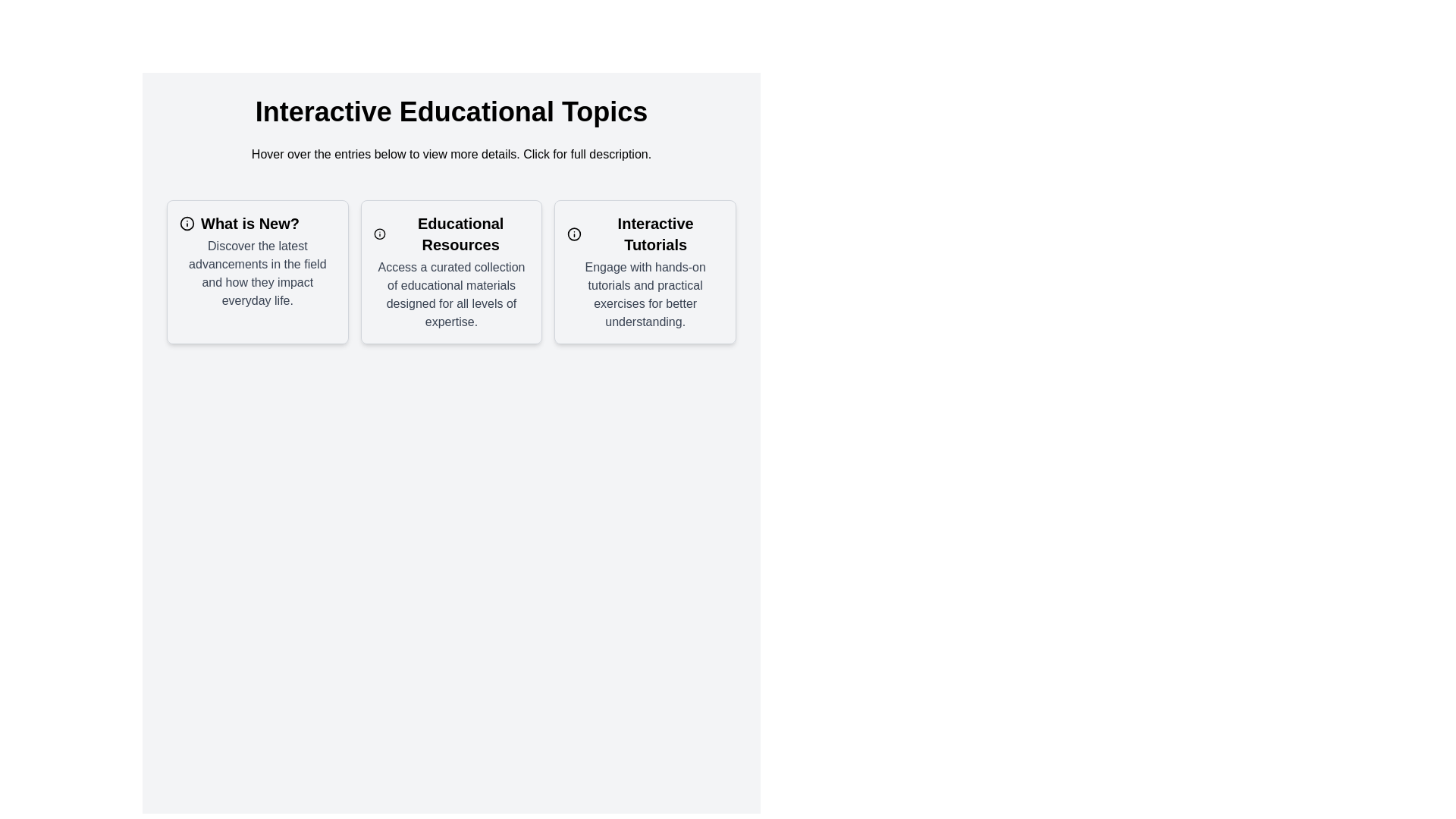  What do you see at coordinates (450, 271) in the screenshot?
I see `the card titled 'Educational Resources', which features a bold title and descriptive text, centrally located in a grid of three cards` at bounding box center [450, 271].